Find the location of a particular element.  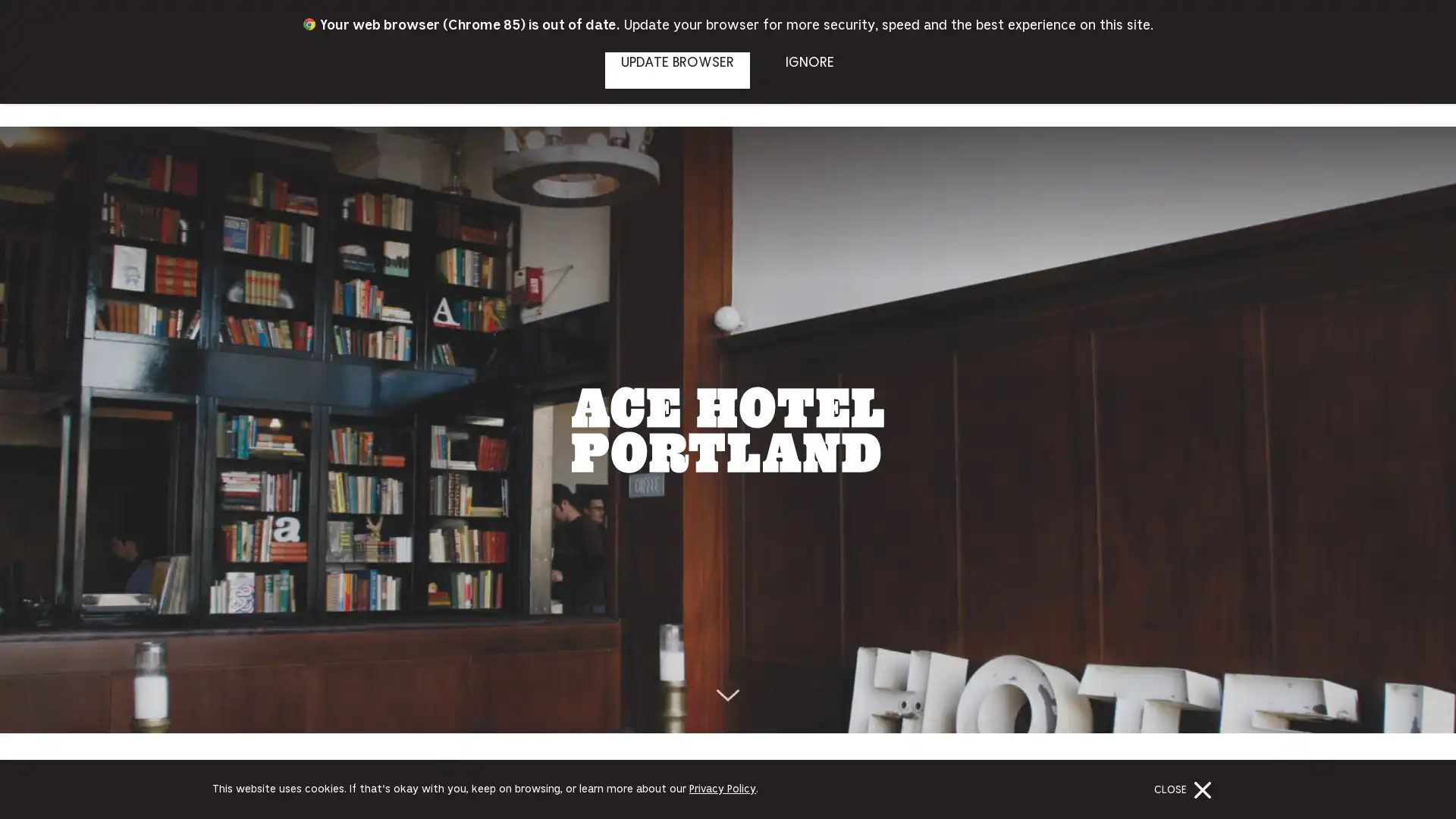

BOOK NOW - THIS OPENS THE BOOKING FORM OVERLAY. is located at coordinates (1386, 26).